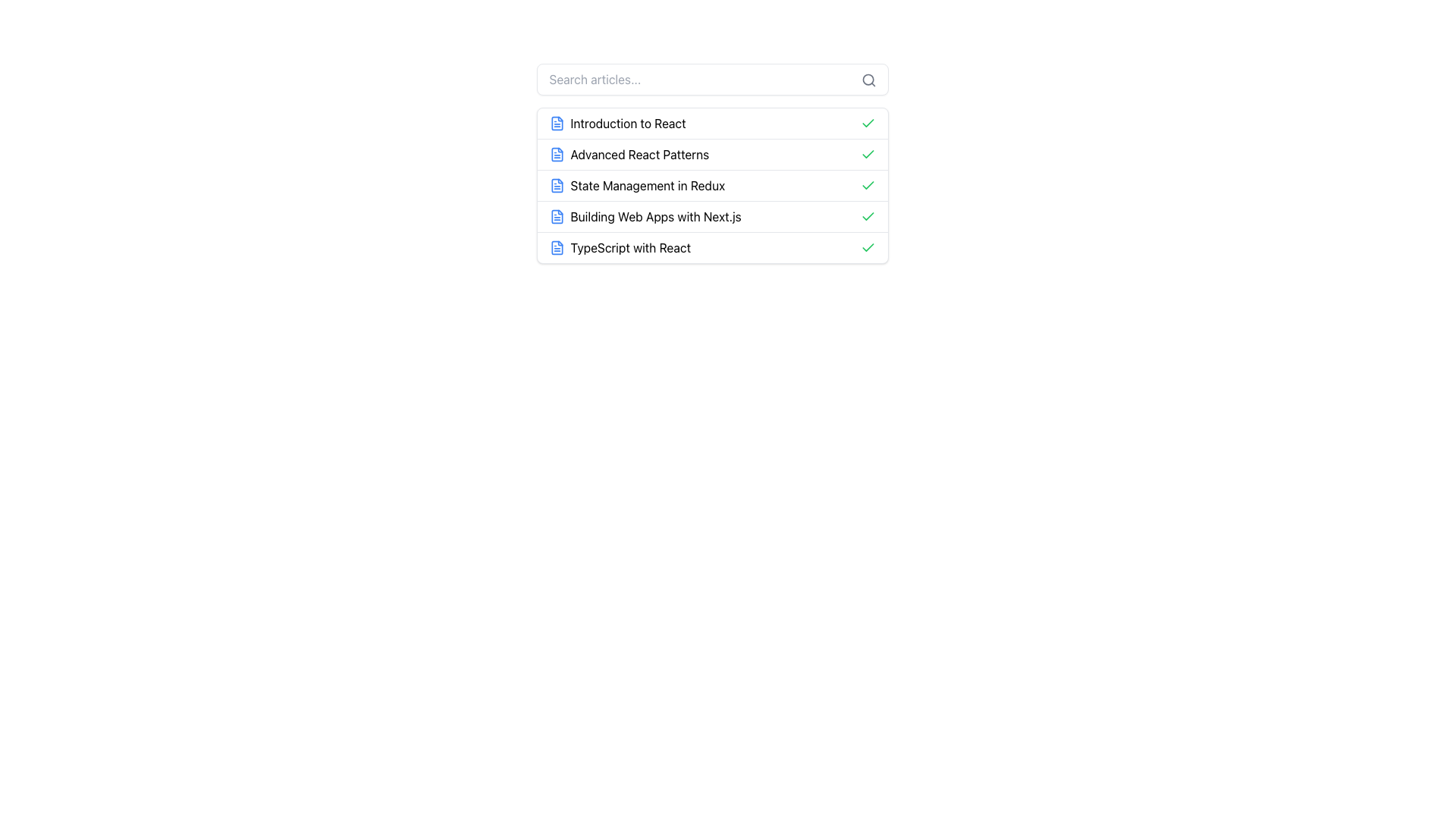 The height and width of the screenshot is (819, 1456). What do you see at coordinates (617, 122) in the screenshot?
I see `the first List Item element titled 'Introduction to React' which is accompanied by a blue document icon, located directly under the search bar` at bounding box center [617, 122].